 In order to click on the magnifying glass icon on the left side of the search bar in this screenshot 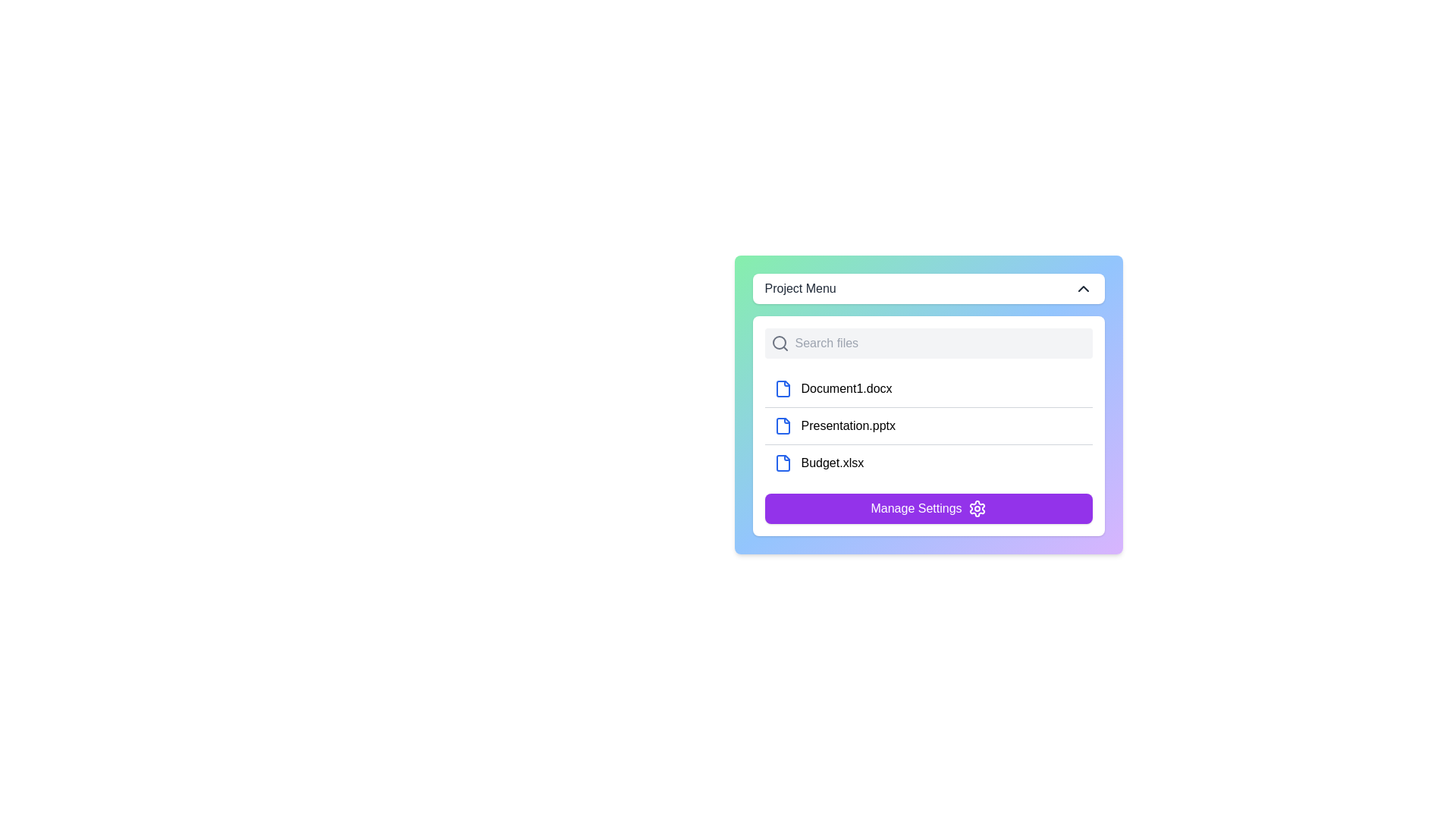, I will do `click(780, 343)`.